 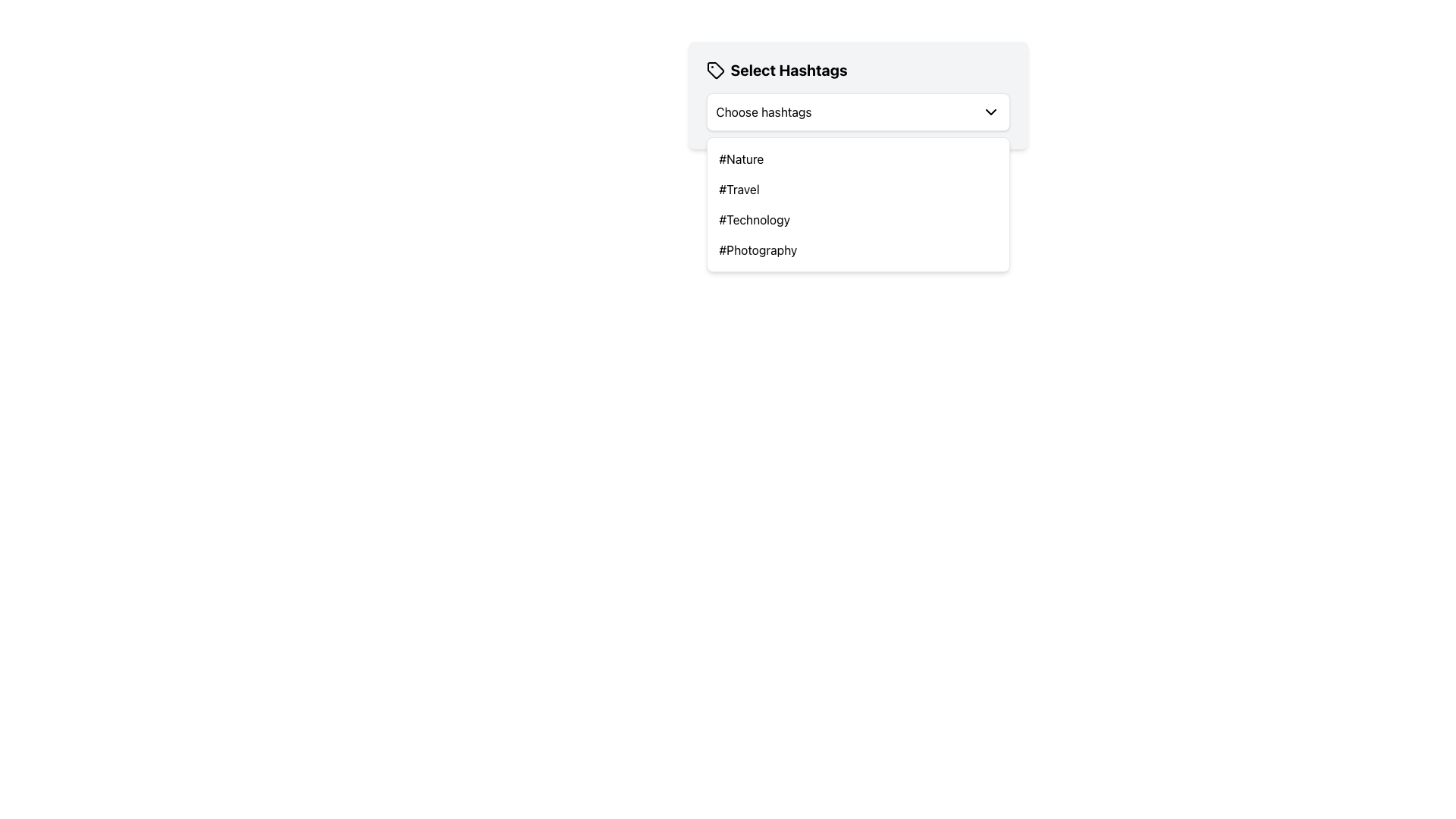 What do you see at coordinates (714, 70) in the screenshot?
I see `the decorative SVG icon adjacent to the 'Select Hashtags' text, which serves as a visual cue for tagging` at bounding box center [714, 70].